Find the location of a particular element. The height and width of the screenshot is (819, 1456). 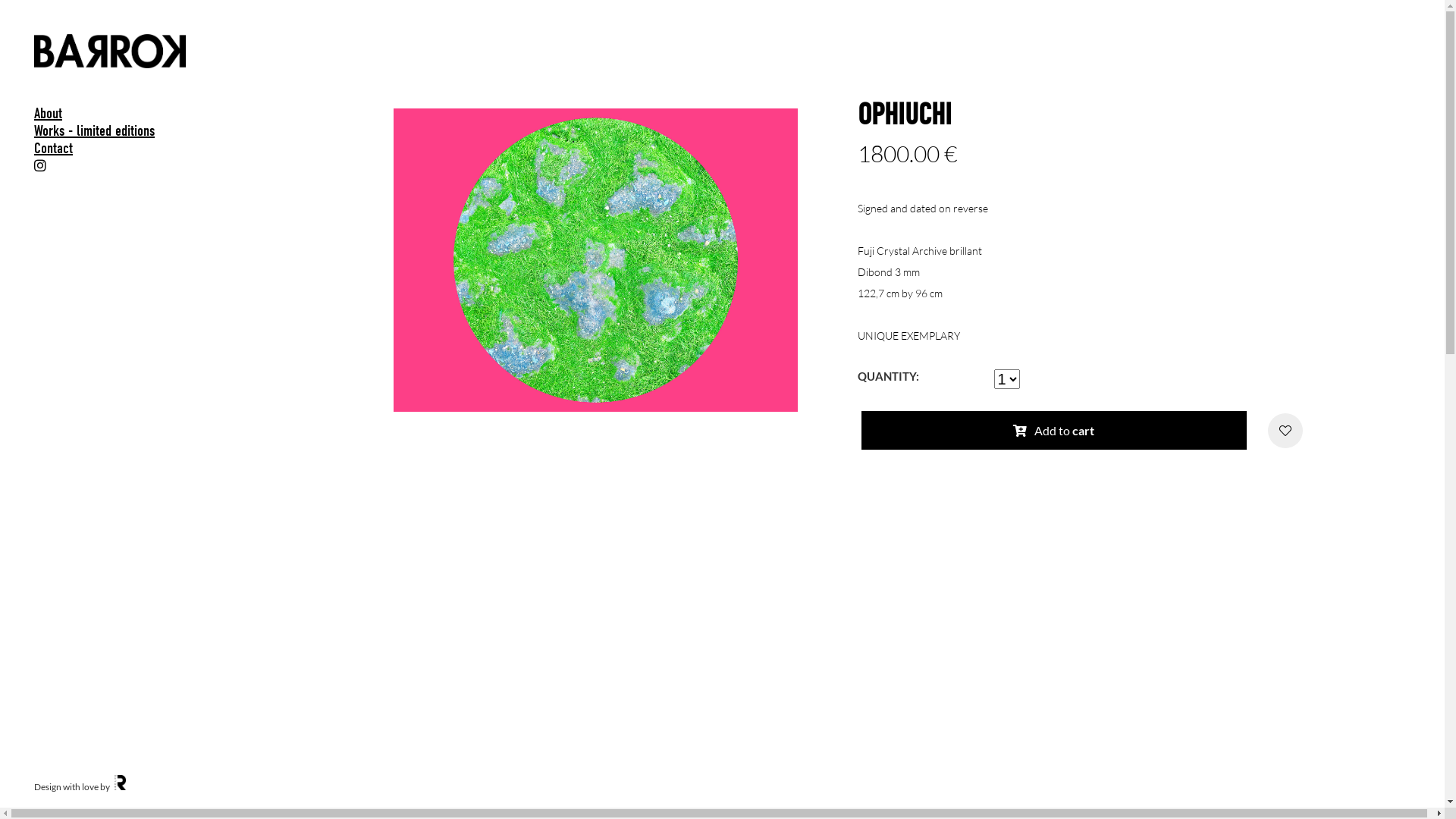

'Contact' is located at coordinates (108, 148).